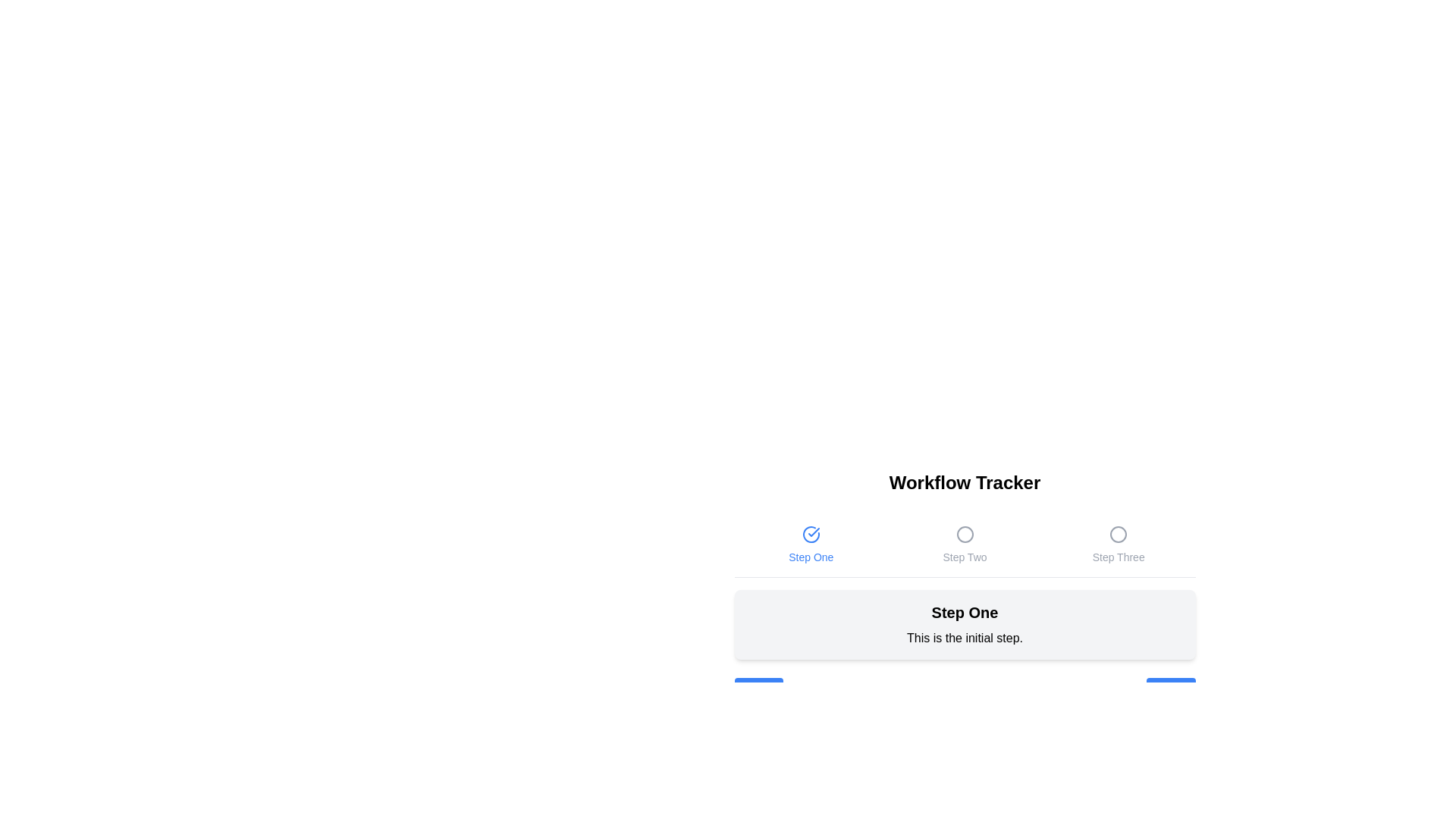 The height and width of the screenshot is (819, 1456). What do you see at coordinates (964, 555) in the screenshot?
I see `the second step indicator in the multi-step workflow tracker, which visually represents the user's progress` at bounding box center [964, 555].